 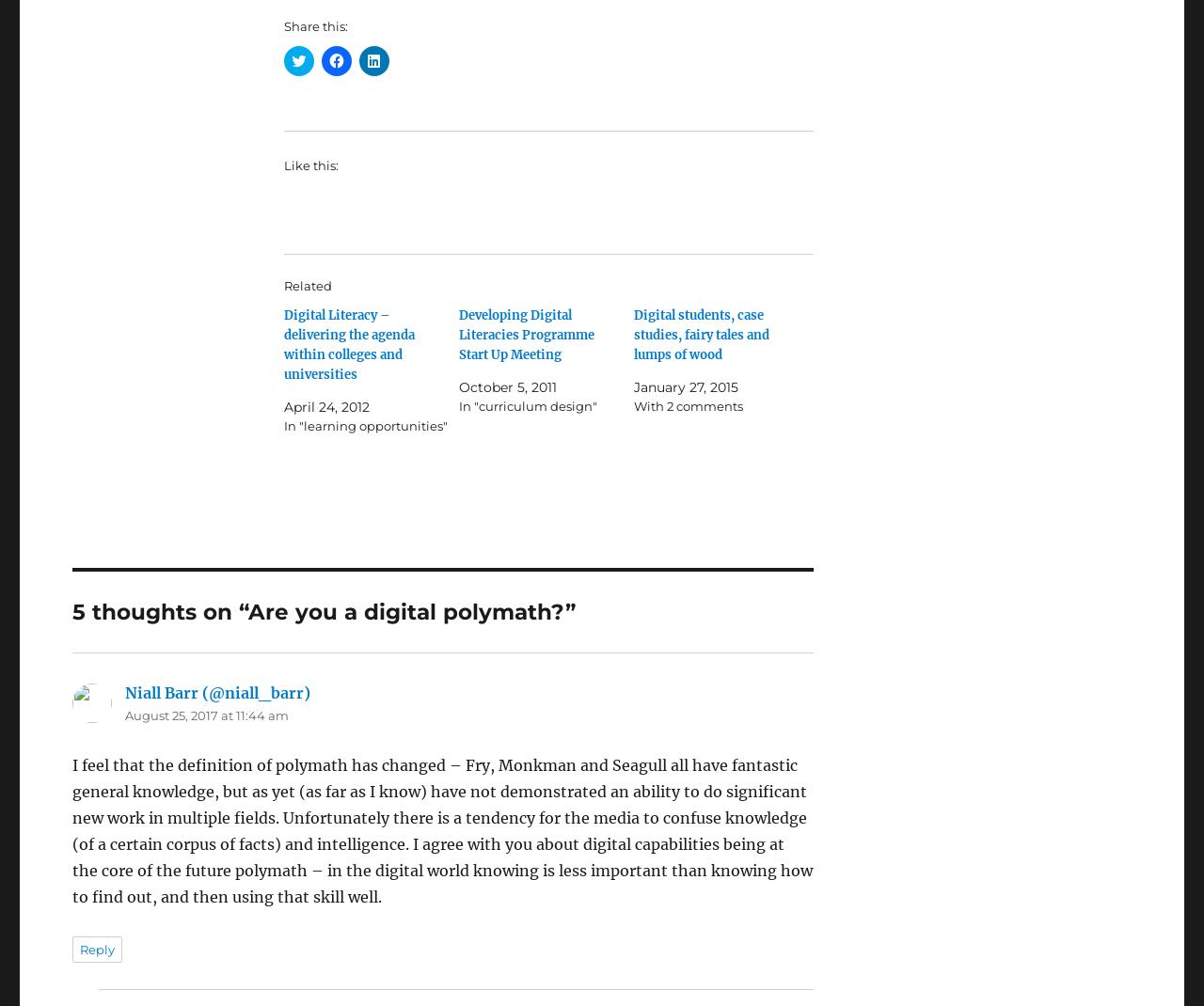 What do you see at coordinates (324, 611) in the screenshot?
I see `'5 thoughts on “Are you a digital polymath?”'` at bounding box center [324, 611].